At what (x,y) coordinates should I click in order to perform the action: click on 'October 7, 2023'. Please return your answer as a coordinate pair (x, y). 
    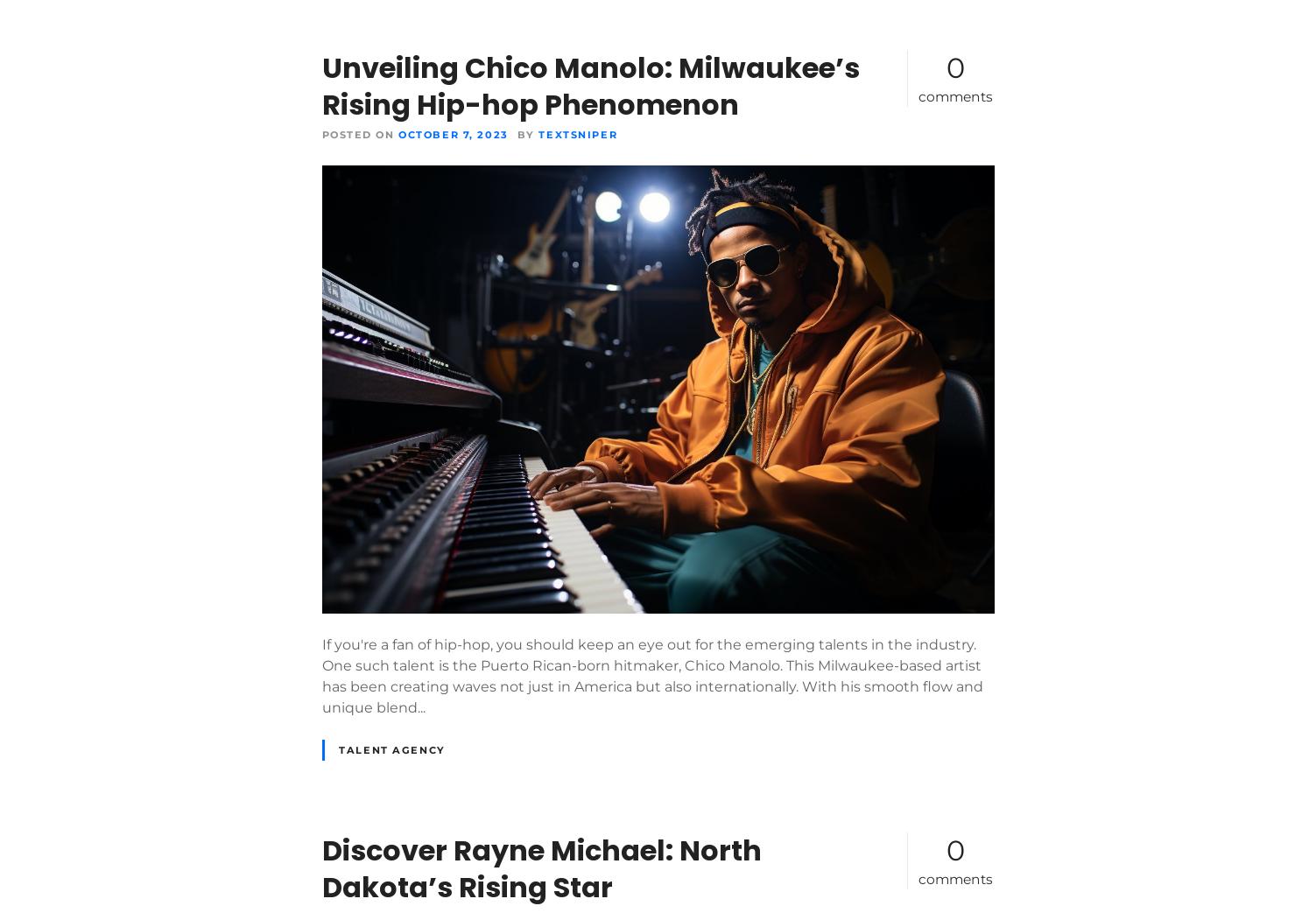
    Looking at the image, I should click on (453, 133).